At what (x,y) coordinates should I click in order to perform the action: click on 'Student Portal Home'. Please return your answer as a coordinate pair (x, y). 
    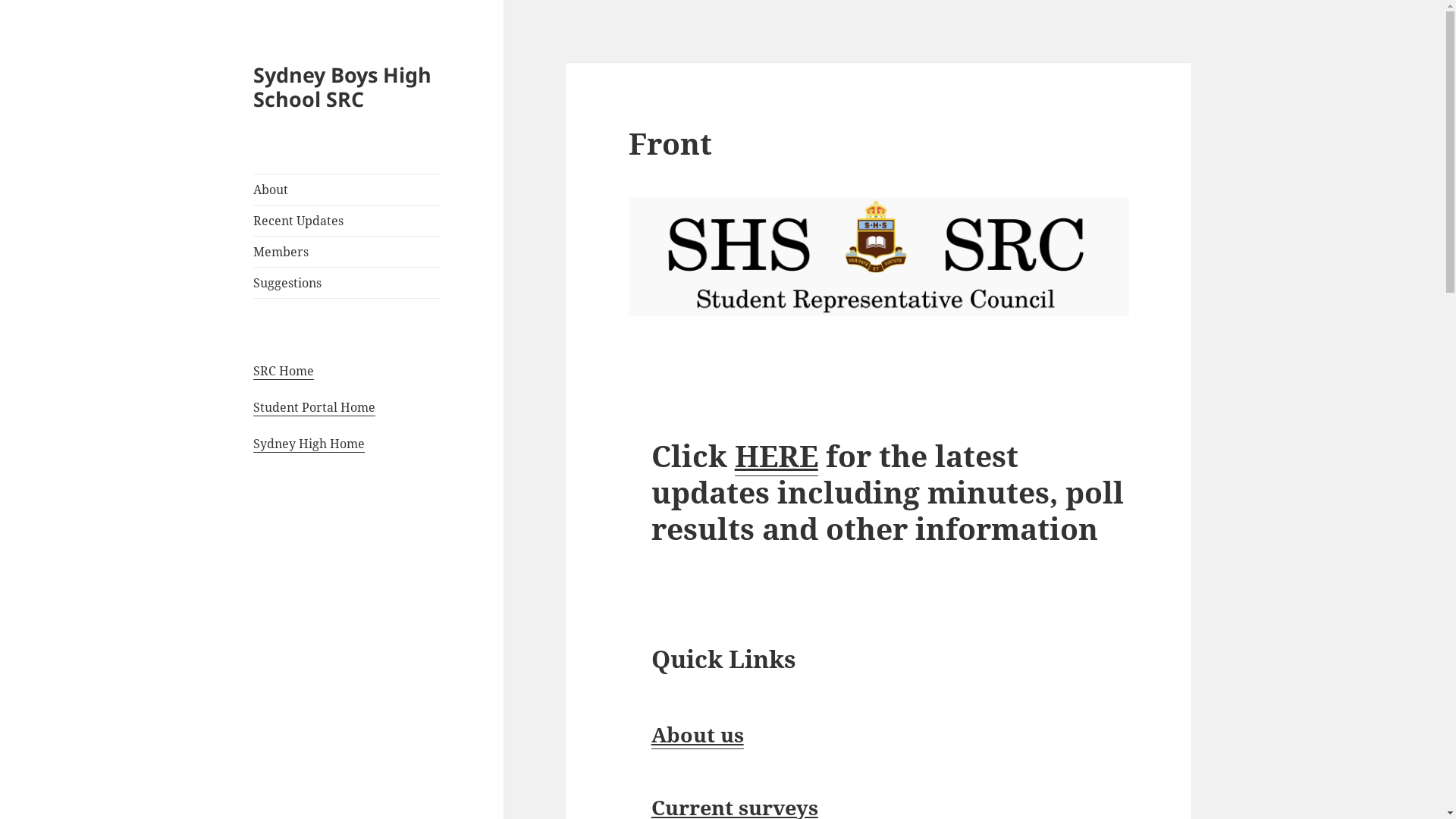
    Looking at the image, I should click on (313, 406).